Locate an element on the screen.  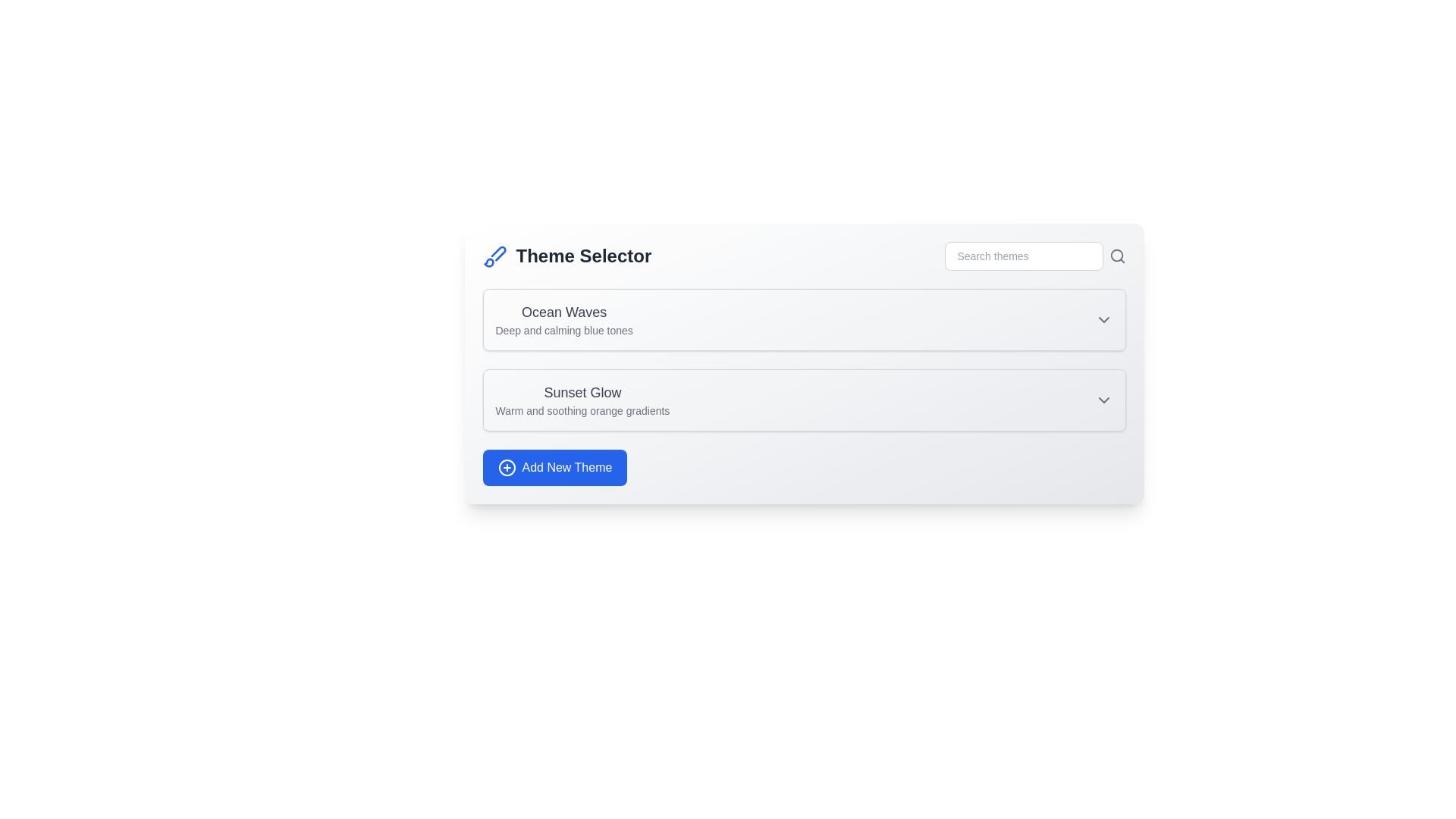
the selectable list item titled 'Ocean Waves' with a dropdown functionality is located at coordinates (803, 318).